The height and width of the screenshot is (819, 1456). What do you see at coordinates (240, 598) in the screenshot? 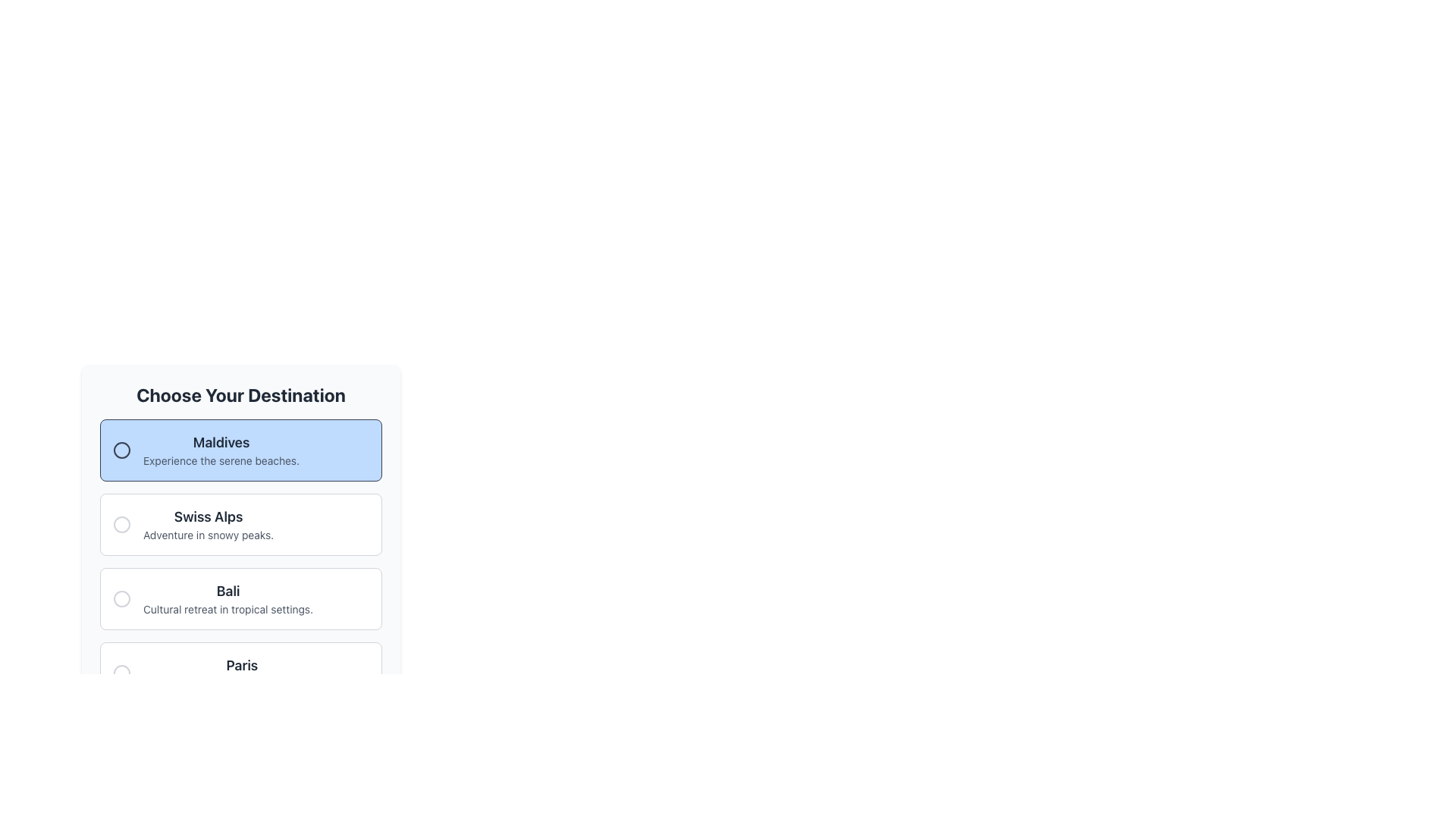
I see `to select the 'Bali' option, which is the third card in a vertical list of four cards, located below 'Maldives' and 'Swiss Alps', and above 'Paris'` at bounding box center [240, 598].